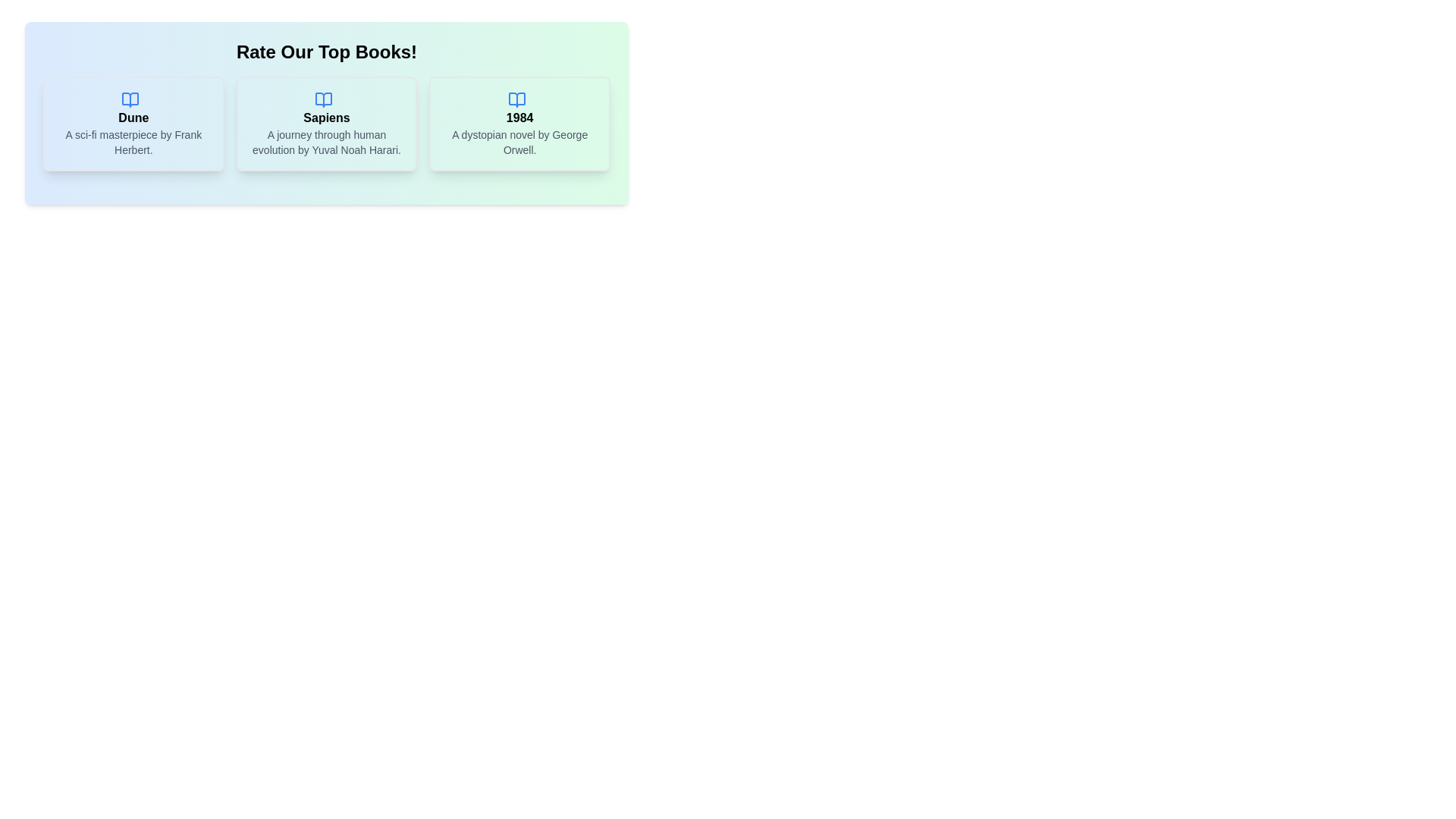 The image size is (1456, 819). Describe the element at coordinates (326, 142) in the screenshot. I see `descriptive subtitle text located beneath the title 'Sapiens' in the second card of a horizontal row of three cards` at that location.